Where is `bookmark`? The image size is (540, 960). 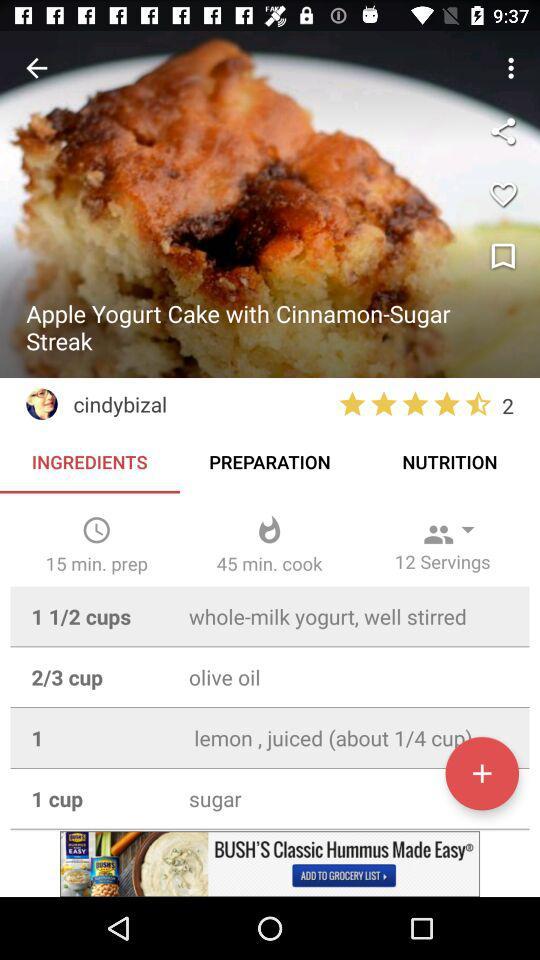 bookmark is located at coordinates (502, 256).